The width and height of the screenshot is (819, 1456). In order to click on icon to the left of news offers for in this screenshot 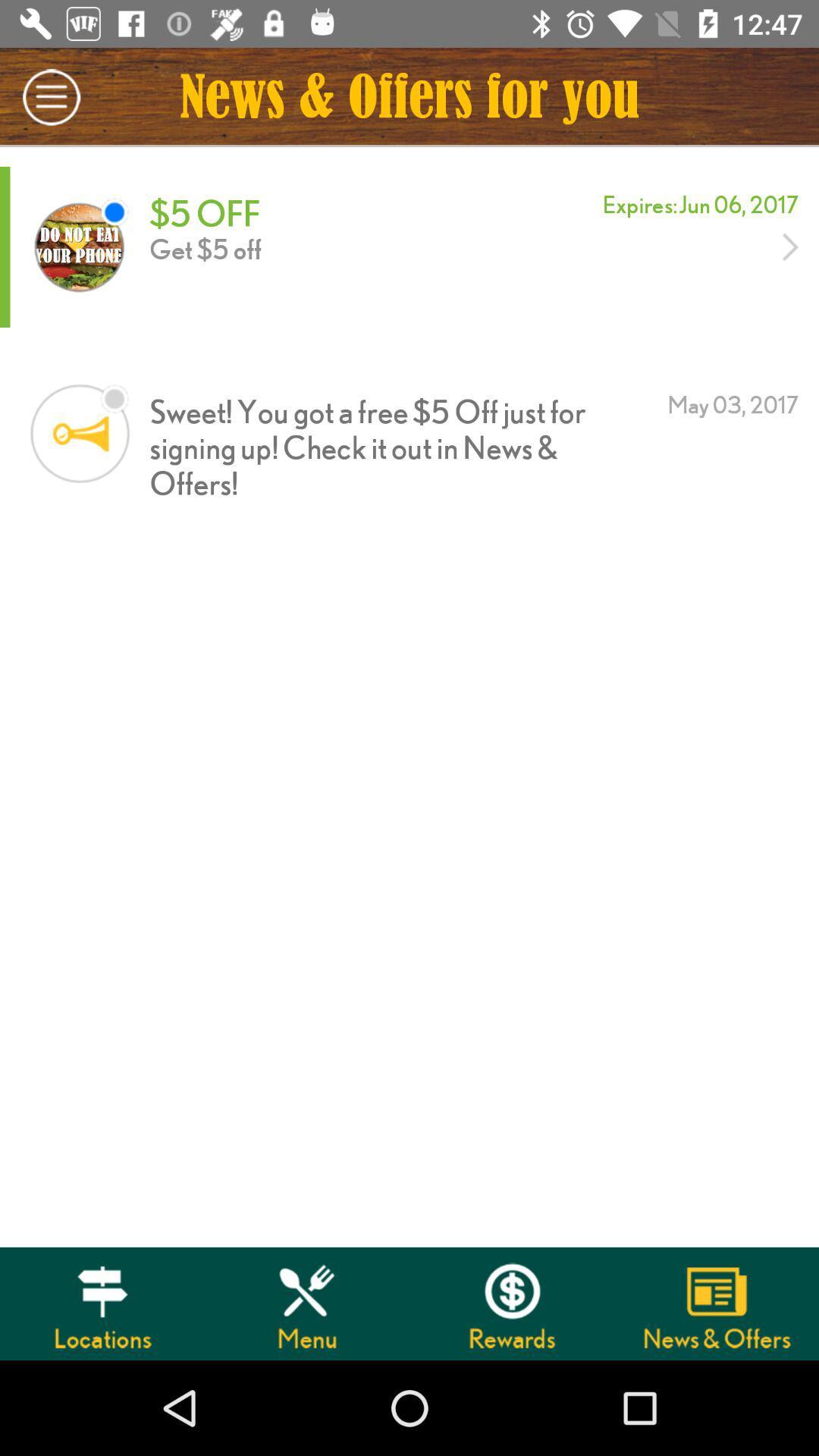, I will do `click(50, 96)`.